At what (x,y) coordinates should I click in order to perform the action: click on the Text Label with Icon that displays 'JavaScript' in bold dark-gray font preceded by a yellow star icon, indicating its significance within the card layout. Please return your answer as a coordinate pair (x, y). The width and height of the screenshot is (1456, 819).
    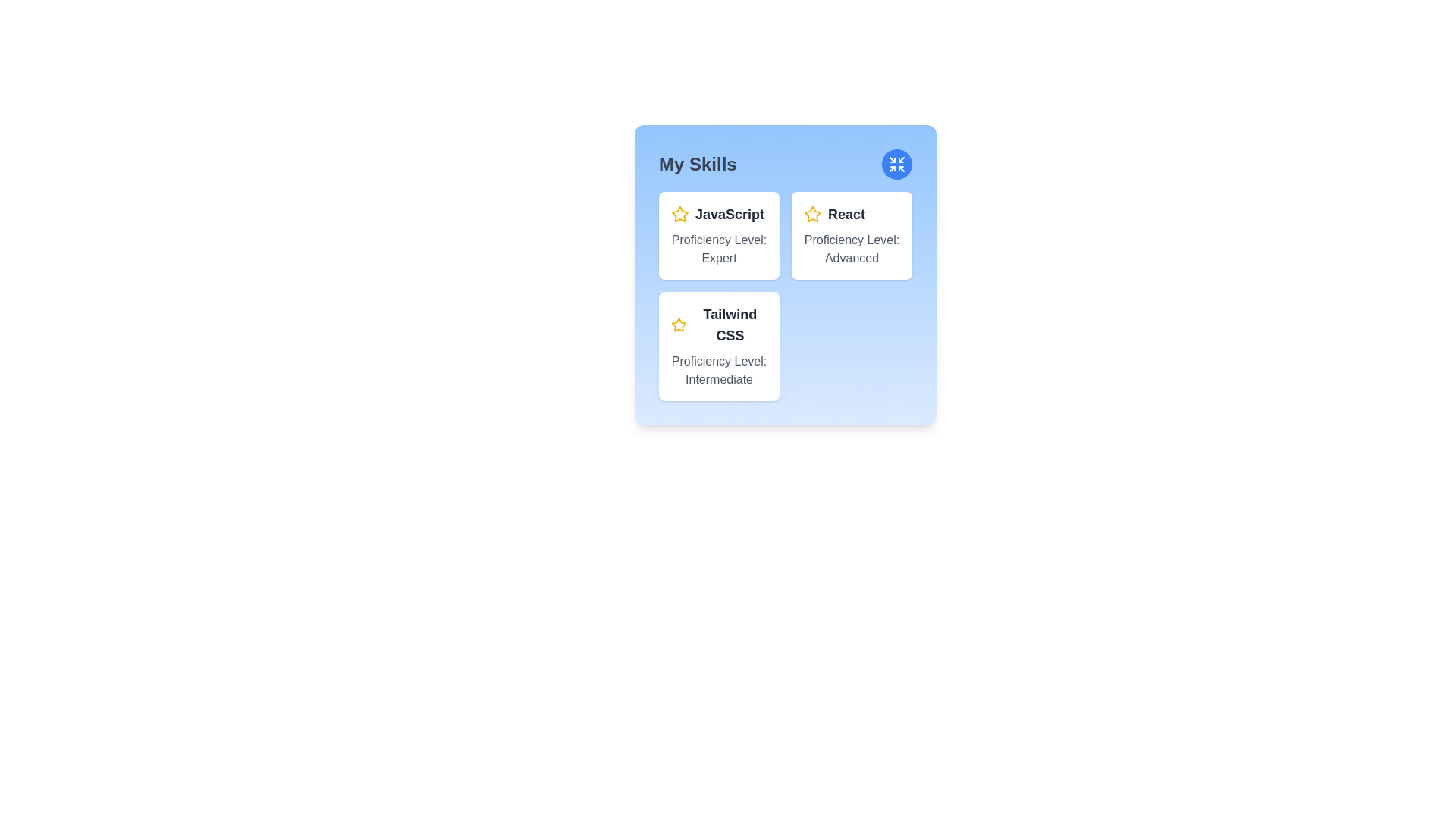
    Looking at the image, I should click on (718, 214).